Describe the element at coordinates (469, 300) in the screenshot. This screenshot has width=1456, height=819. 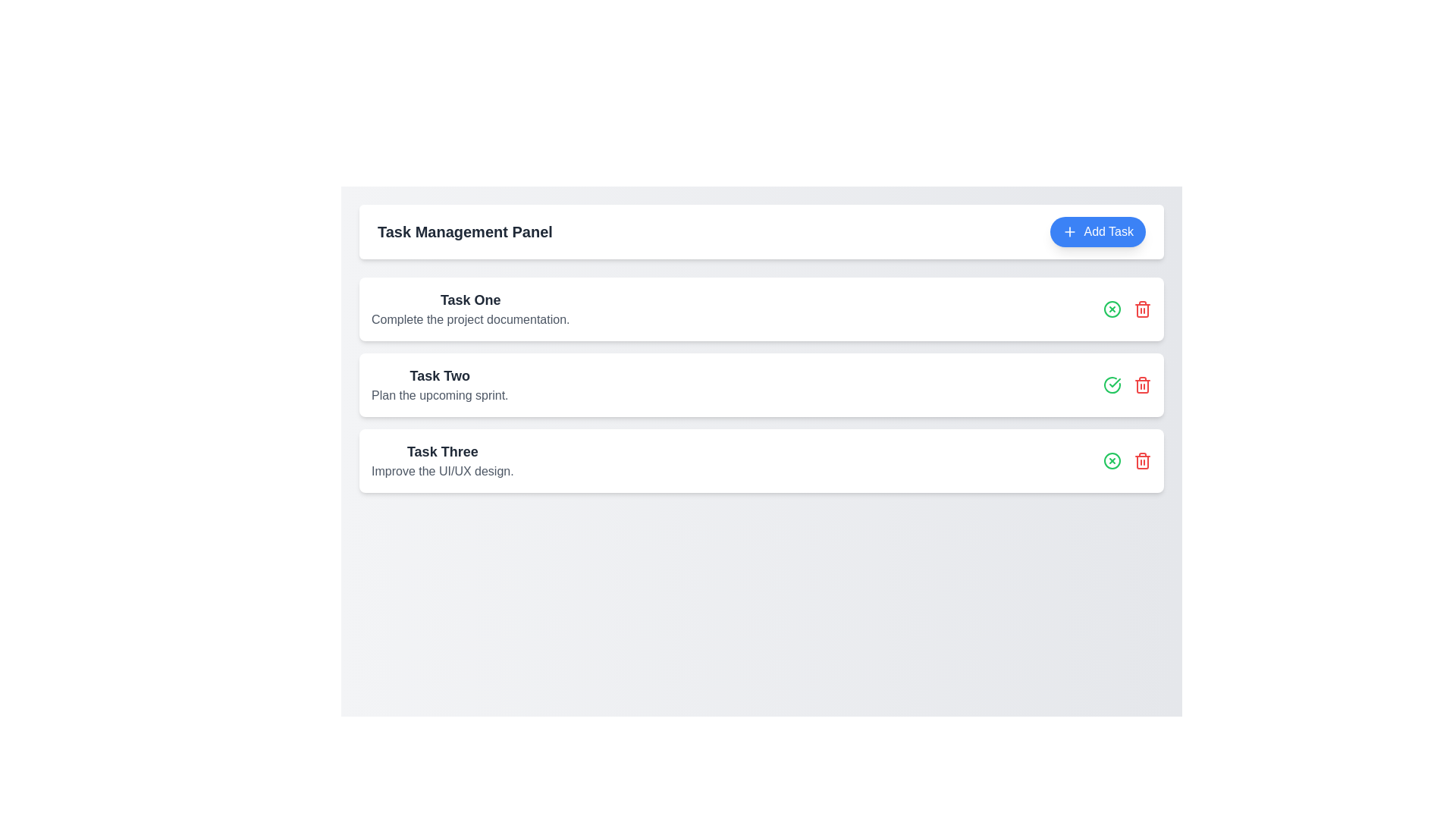
I see `the text label that reads 'Task One', which is styled with bold and larger font size, positioned at the top of the list under 'Task Management Panel'` at that location.